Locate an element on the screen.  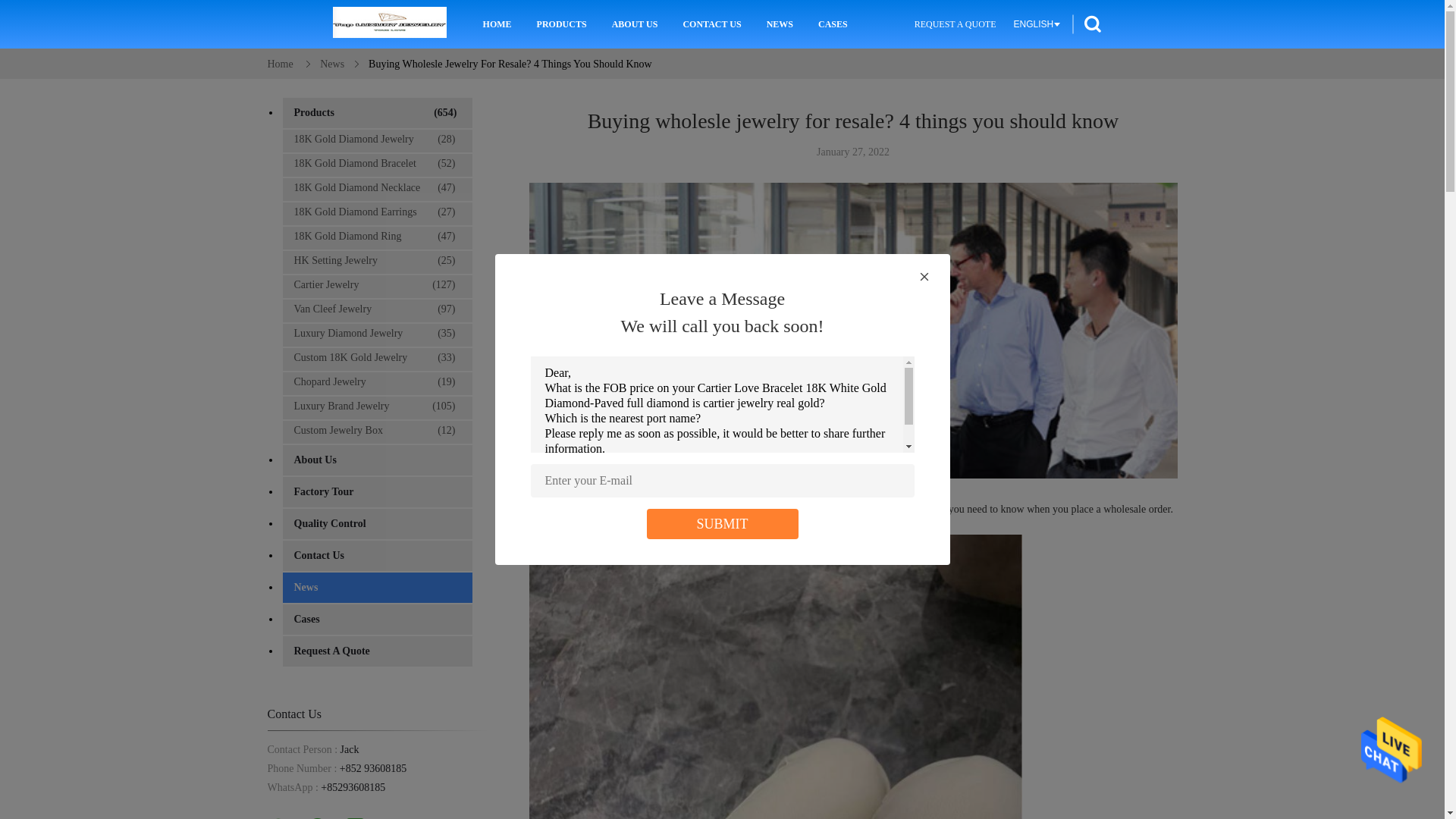
'About Us' is located at coordinates (377, 459).